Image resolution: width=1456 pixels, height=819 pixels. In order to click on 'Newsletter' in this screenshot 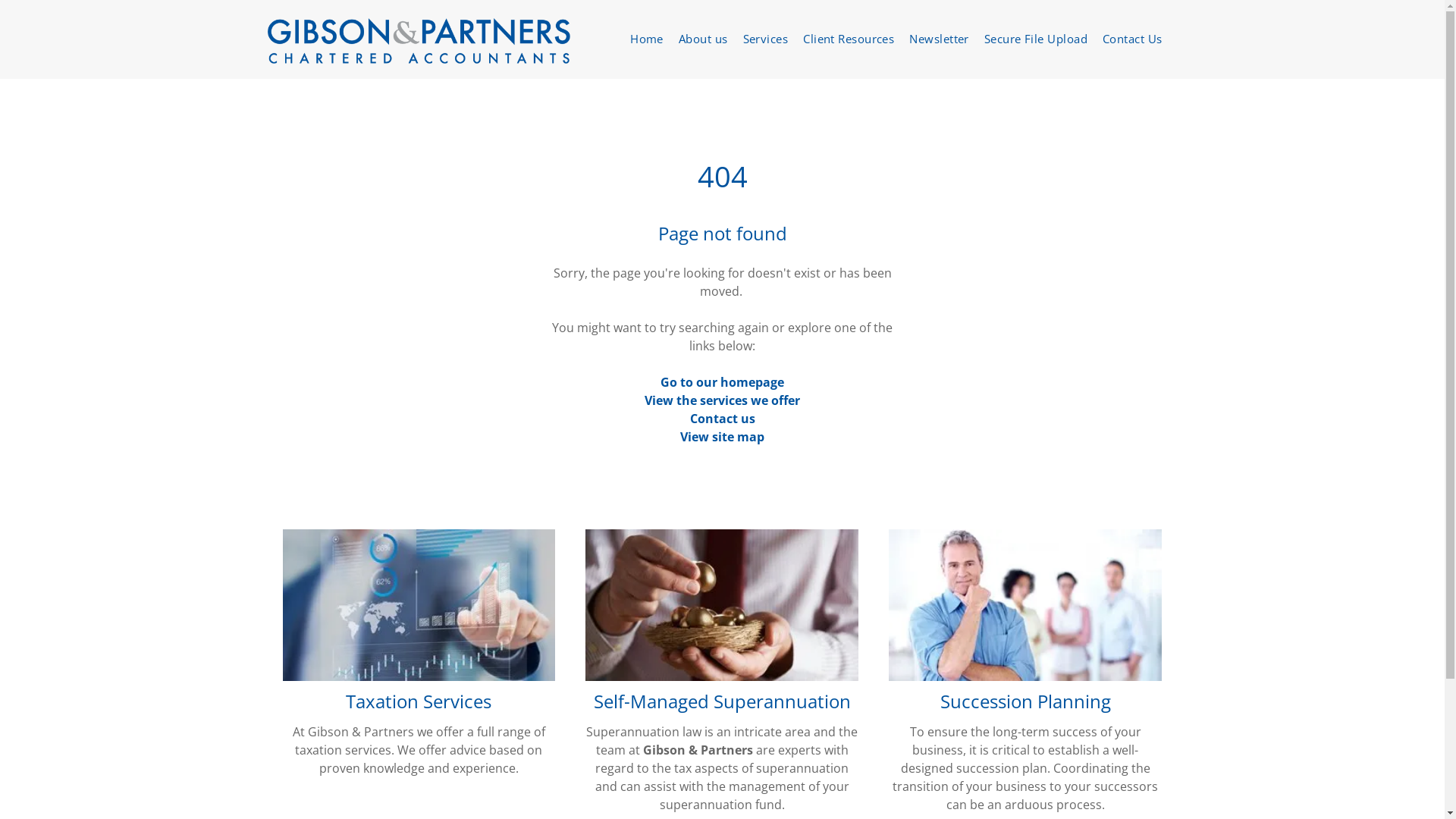, I will do `click(938, 38)`.